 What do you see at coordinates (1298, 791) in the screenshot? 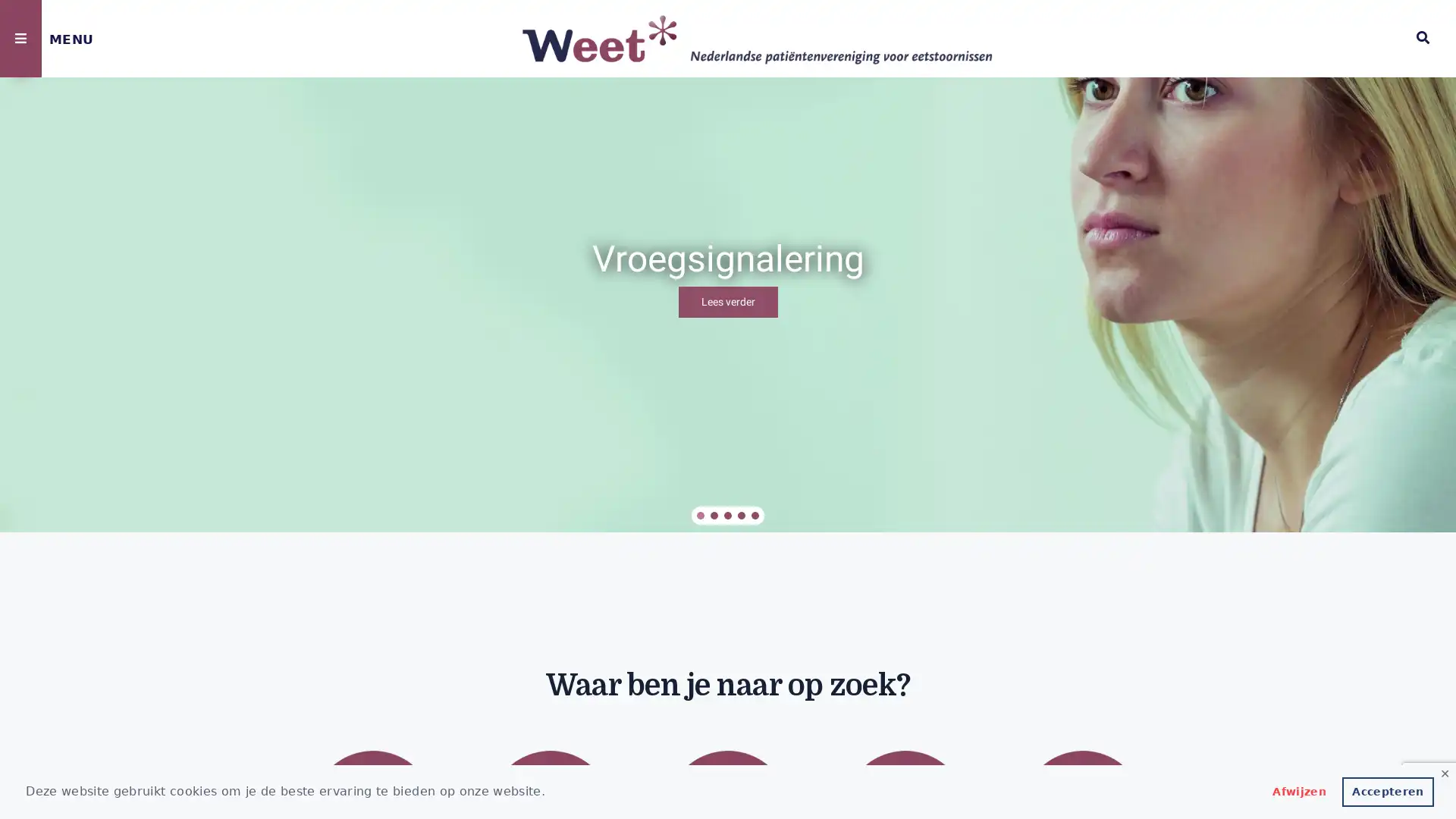
I see `deny cookies` at bounding box center [1298, 791].